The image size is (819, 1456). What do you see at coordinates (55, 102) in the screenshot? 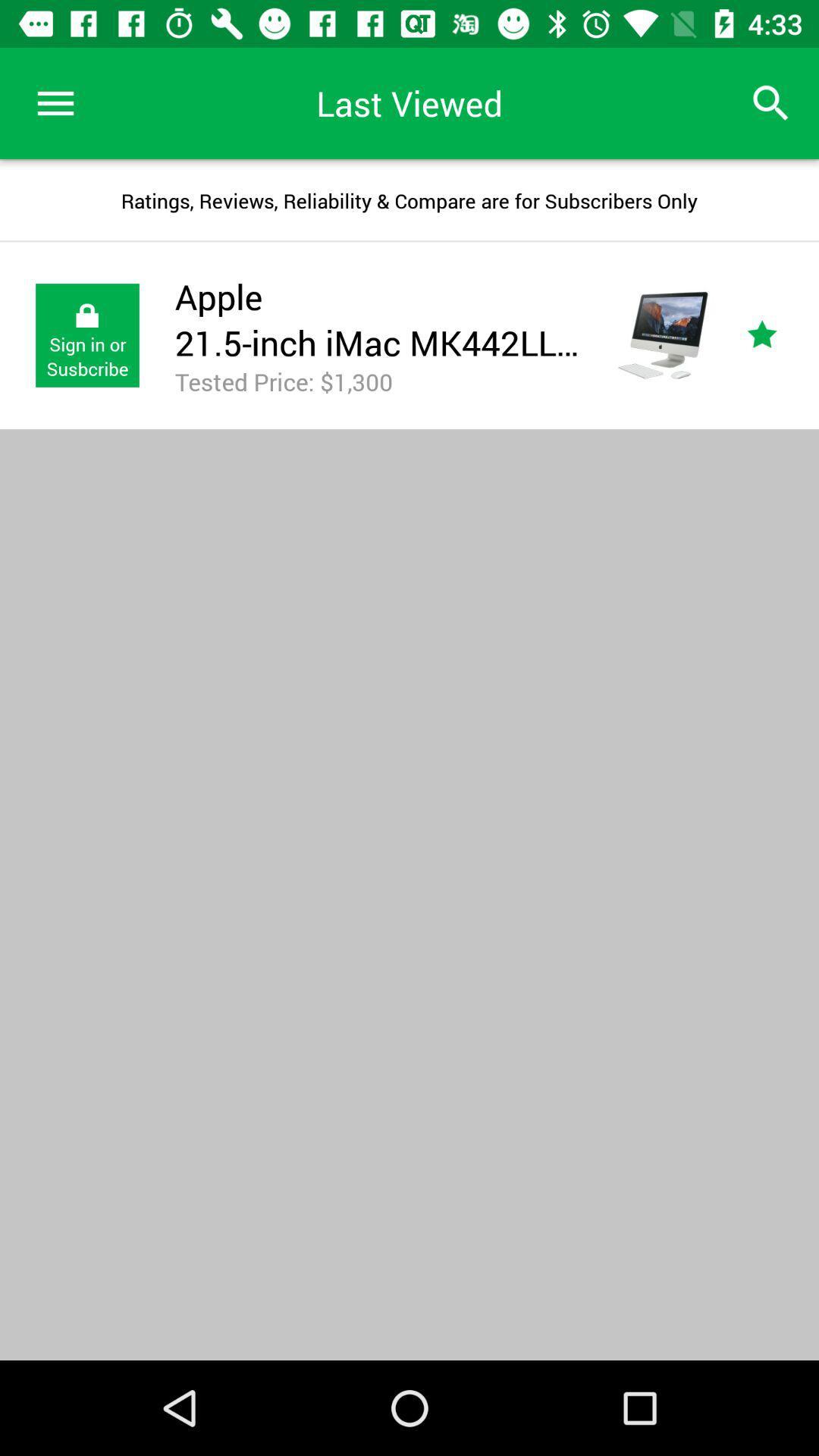
I see `icon above the ratings reviews reliability icon` at bounding box center [55, 102].